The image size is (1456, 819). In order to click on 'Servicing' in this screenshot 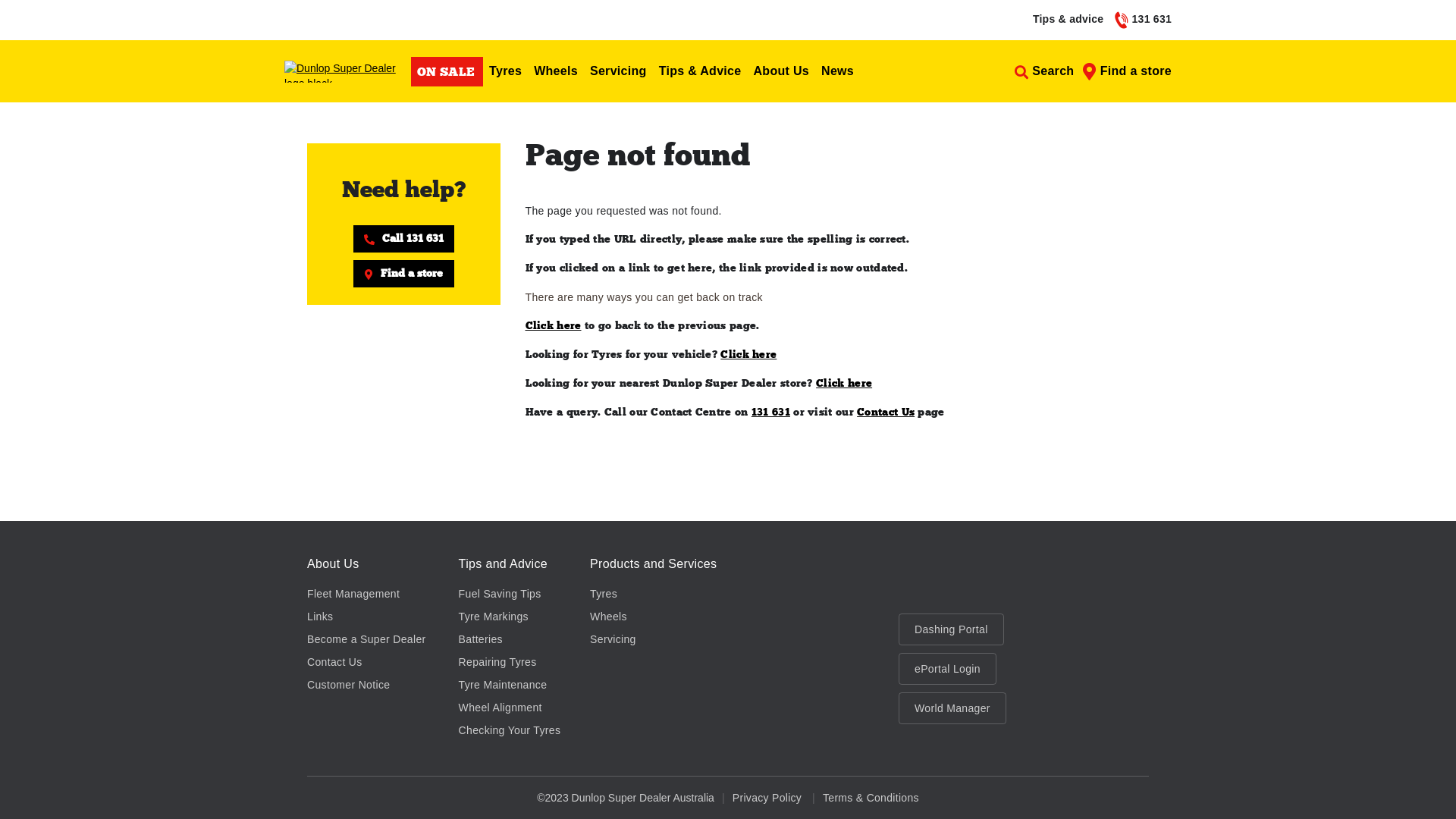, I will do `click(618, 71)`.